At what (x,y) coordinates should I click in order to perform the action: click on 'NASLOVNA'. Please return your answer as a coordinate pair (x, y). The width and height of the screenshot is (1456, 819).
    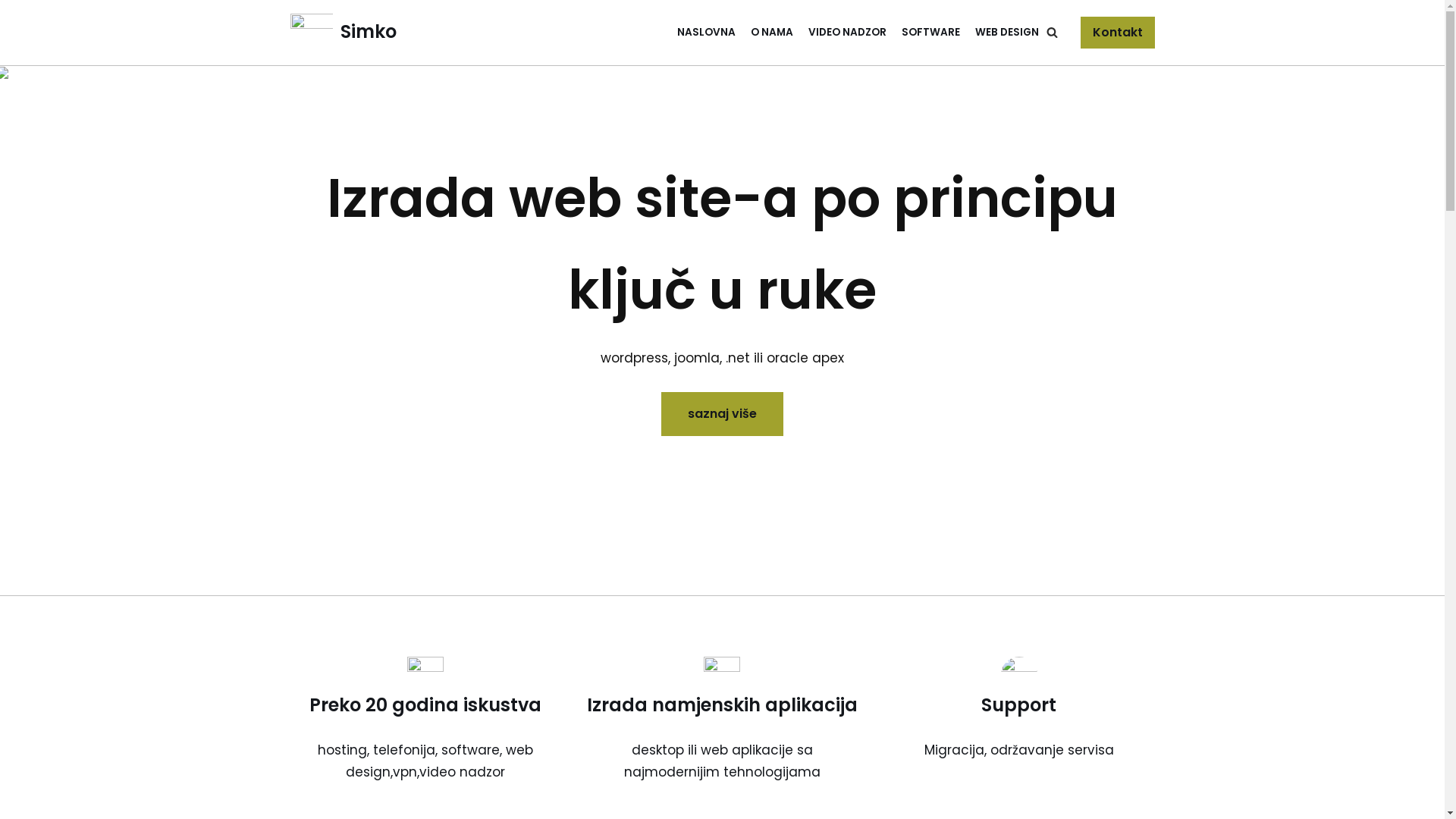
    Looking at the image, I should click on (704, 32).